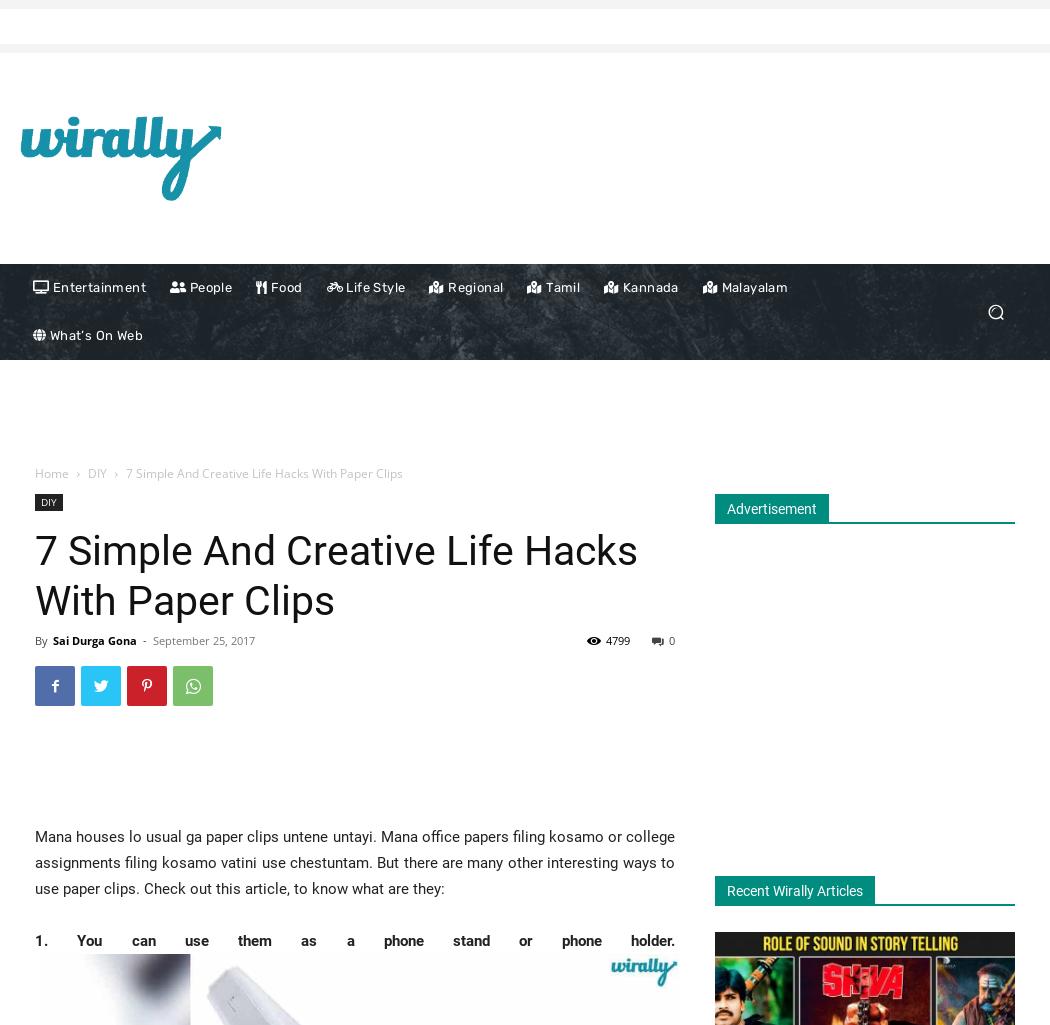 This screenshot has width=1050, height=1025. Describe the element at coordinates (726, 890) in the screenshot. I see `'Recent Wirally Articles'` at that location.